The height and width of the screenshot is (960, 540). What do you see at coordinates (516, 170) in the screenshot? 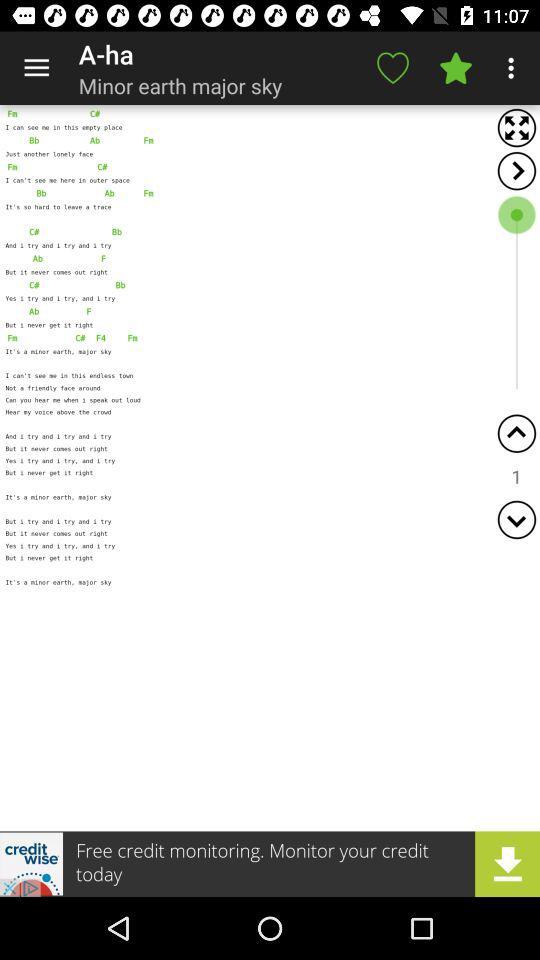
I see `next` at bounding box center [516, 170].